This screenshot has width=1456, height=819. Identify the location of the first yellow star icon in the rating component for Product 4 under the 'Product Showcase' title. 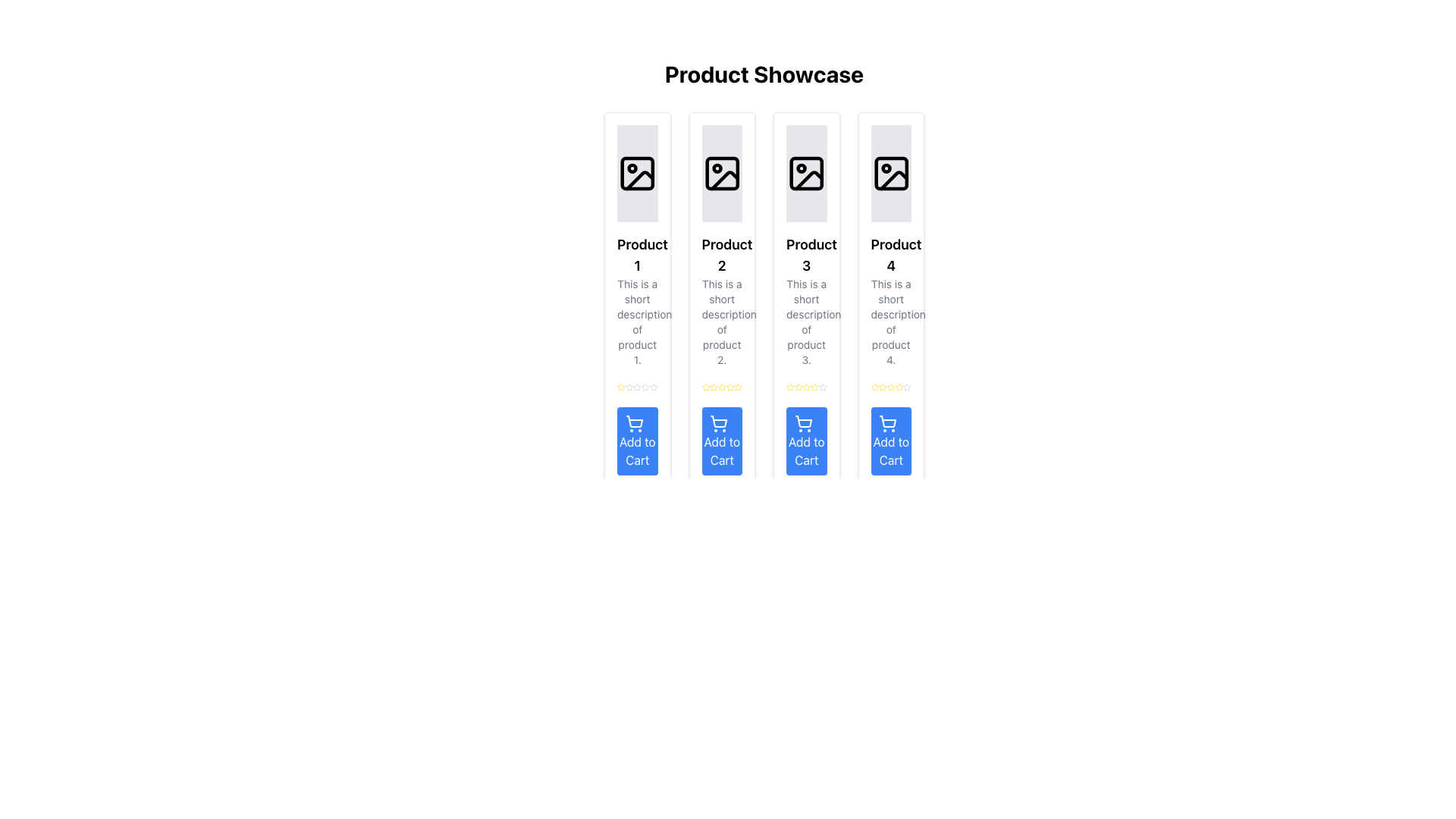
(891, 386).